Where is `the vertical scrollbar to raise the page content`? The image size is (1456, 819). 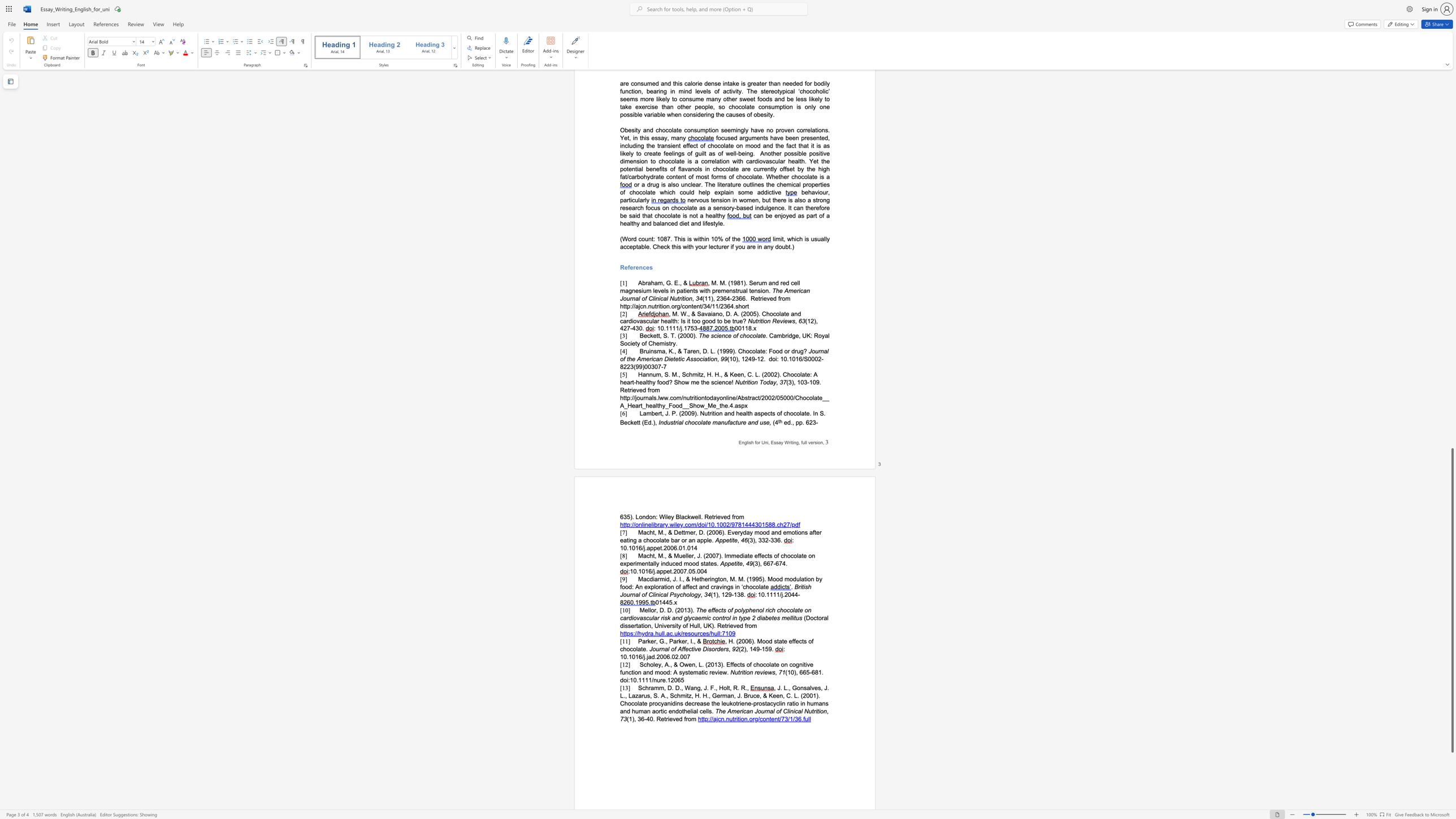
the vertical scrollbar to raise the page content is located at coordinates (1451, 406).